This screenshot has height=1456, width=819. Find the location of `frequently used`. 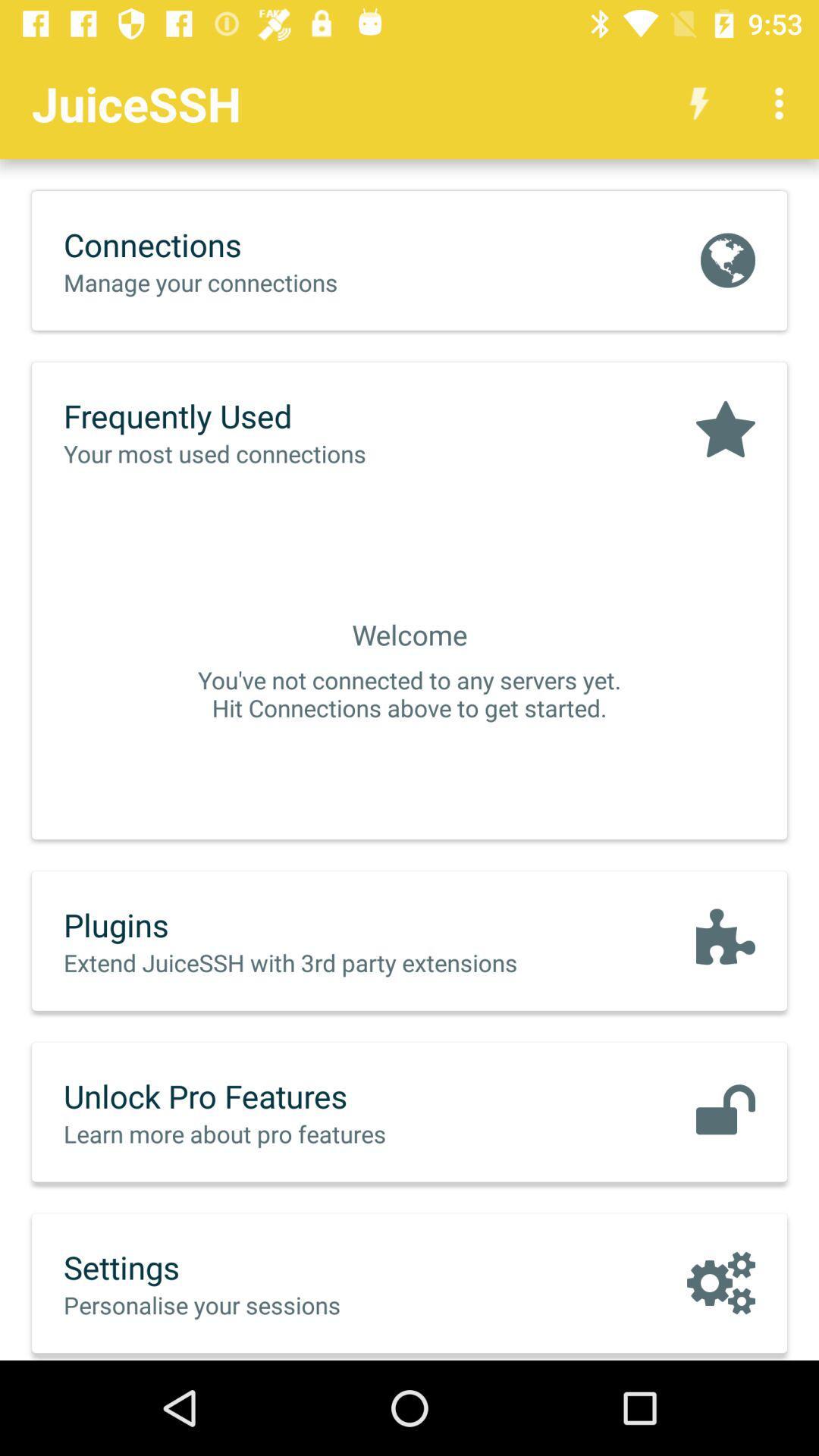

frequently used is located at coordinates (246, 416).